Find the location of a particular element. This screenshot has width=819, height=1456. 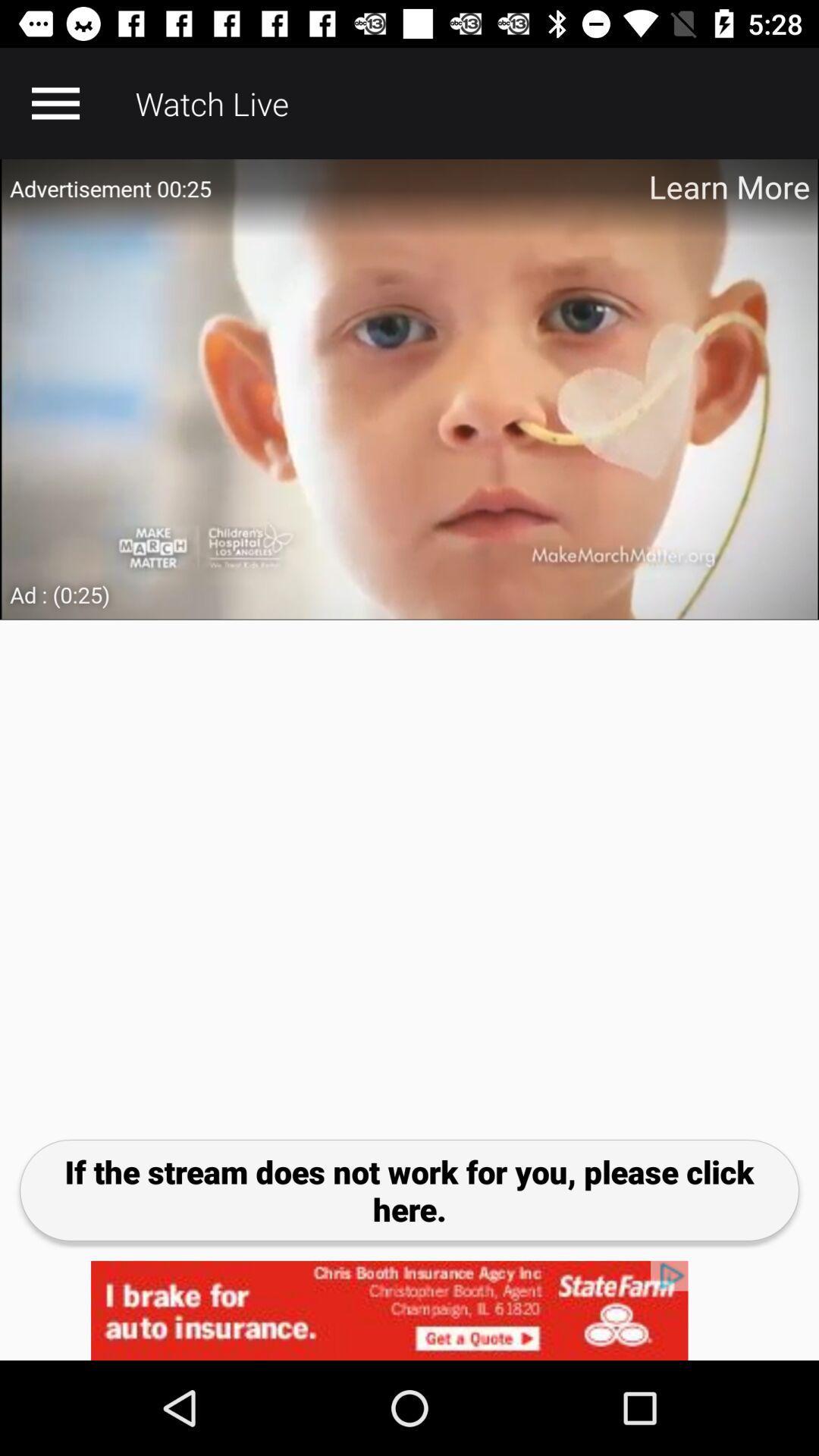

the menu icon is located at coordinates (55, 102).